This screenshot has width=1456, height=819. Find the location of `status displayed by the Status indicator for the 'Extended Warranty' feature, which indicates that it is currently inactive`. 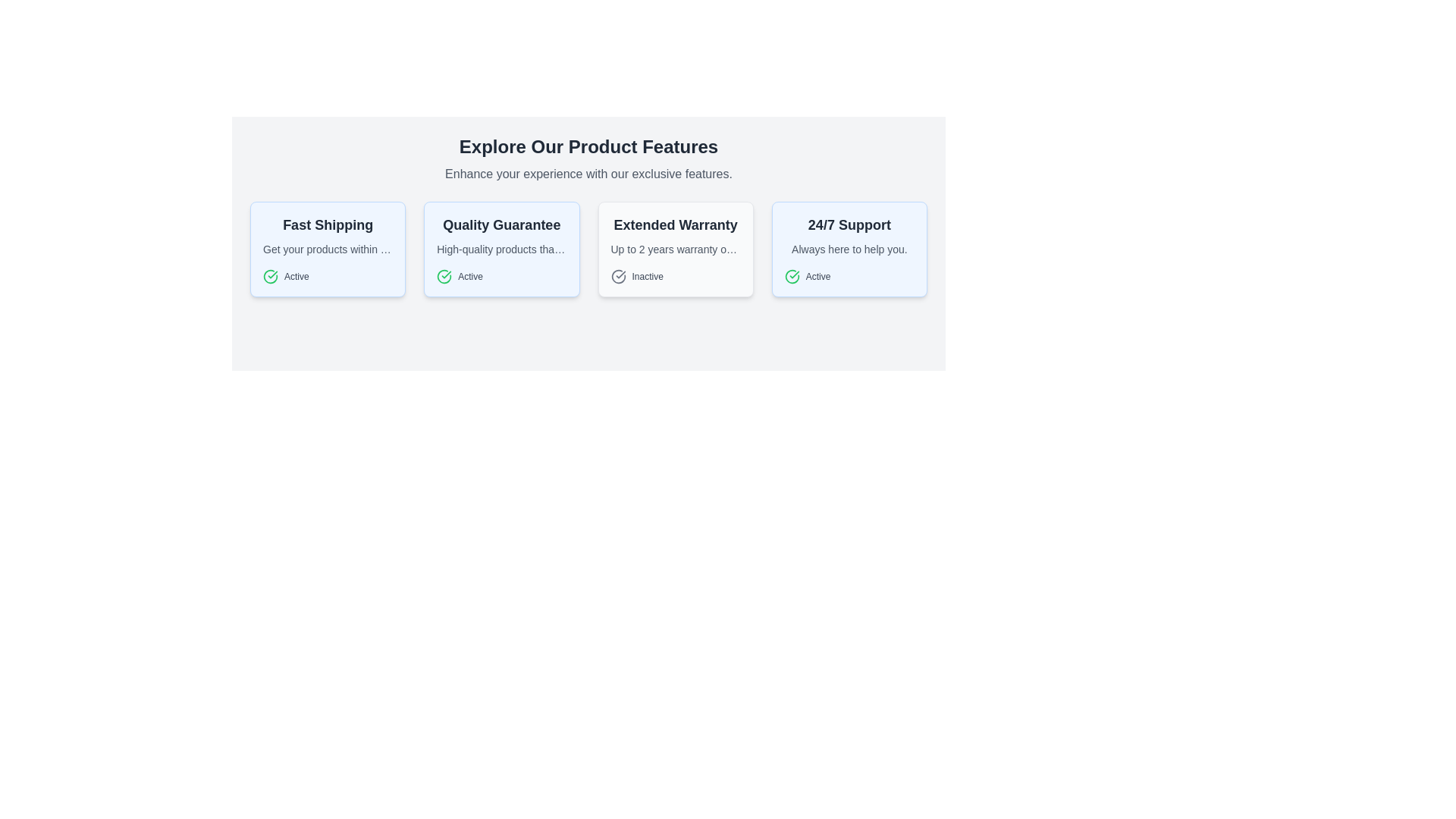

status displayed by the Status indicator for the 'Extended Warranty' feature, which indicates that it is currently inactive is located at coordinates (675, 277).